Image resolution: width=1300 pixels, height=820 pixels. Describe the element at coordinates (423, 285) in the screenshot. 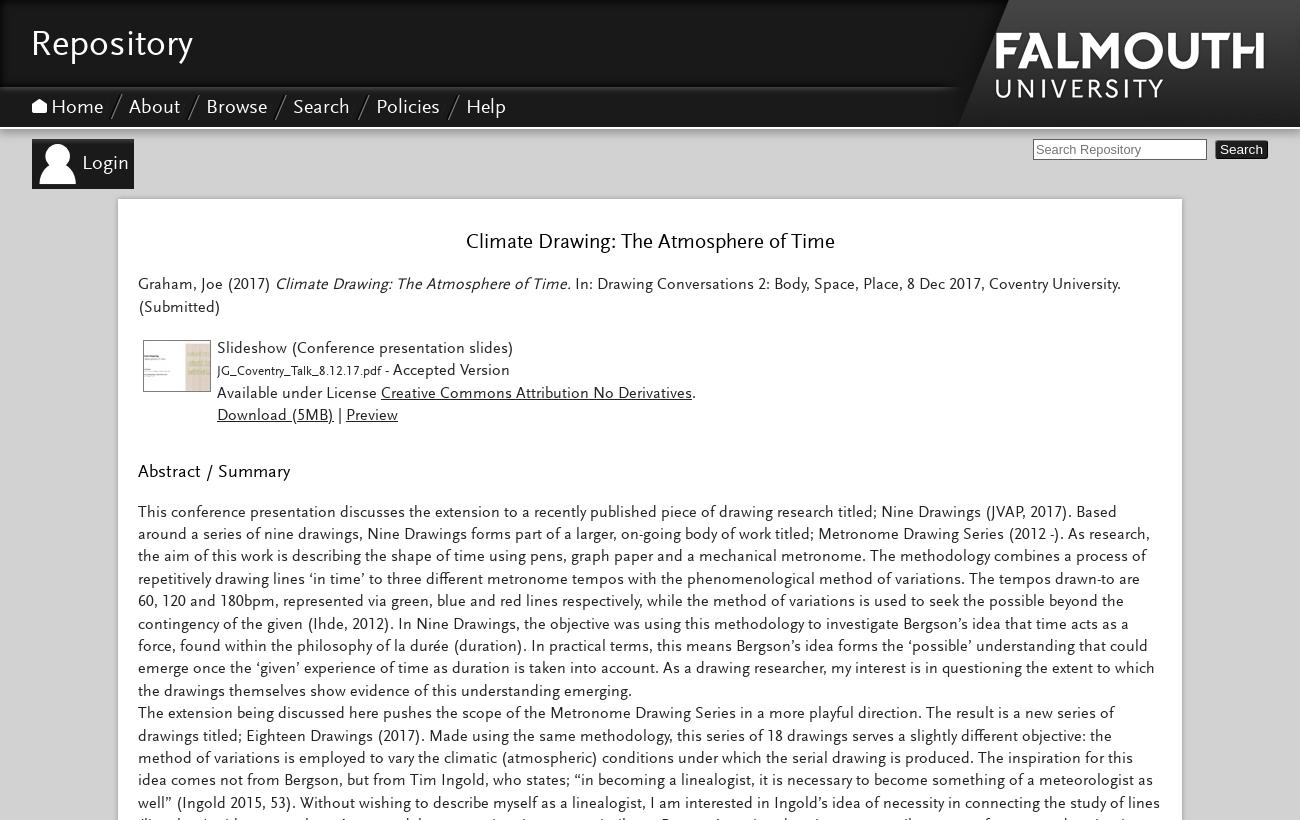

I see `'Climate Drawing: The Atmosphere of Time.'` at that location.